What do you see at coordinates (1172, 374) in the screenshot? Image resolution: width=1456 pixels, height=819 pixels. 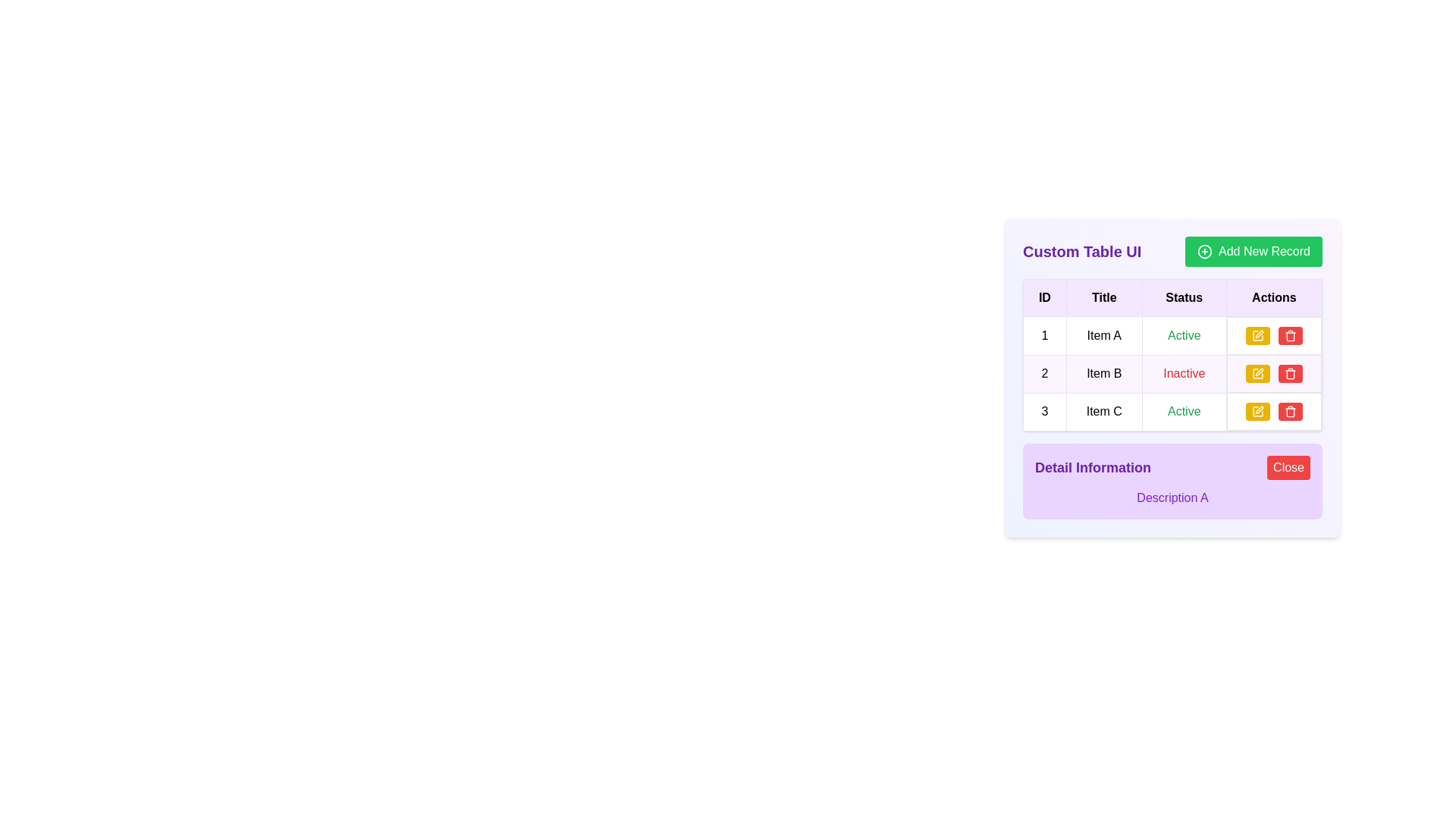 I see `the second row of the table that displays data, located between the rows containing 'Item A' and 'Item C'` at bounding box center [1172, 374].